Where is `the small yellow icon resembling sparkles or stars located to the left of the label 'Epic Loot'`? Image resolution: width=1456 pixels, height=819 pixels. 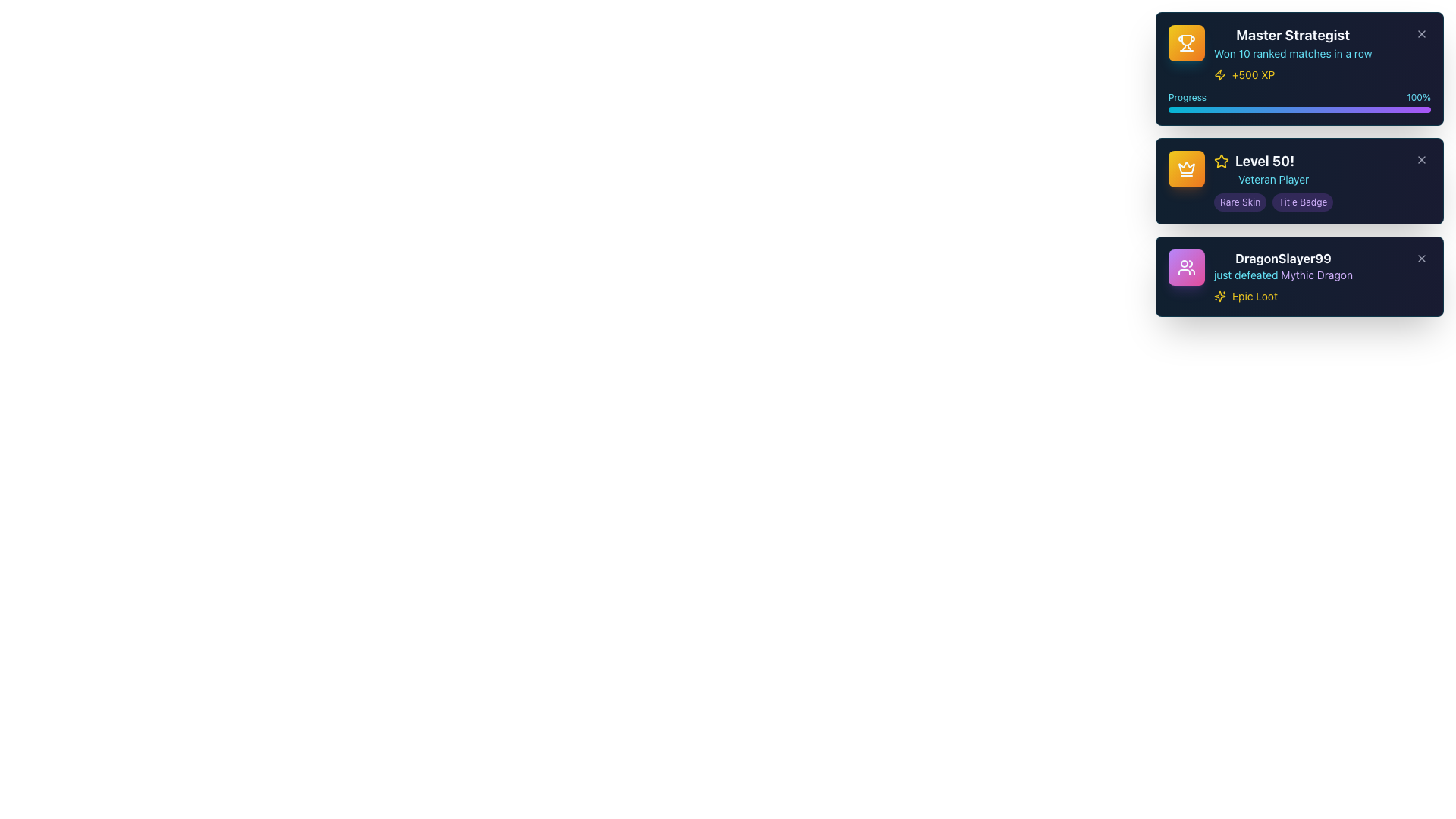
the small yellow icon resembling sparkles or stars located to the left of the label 'Epic Loot' is located at coordinates (1219, 296).